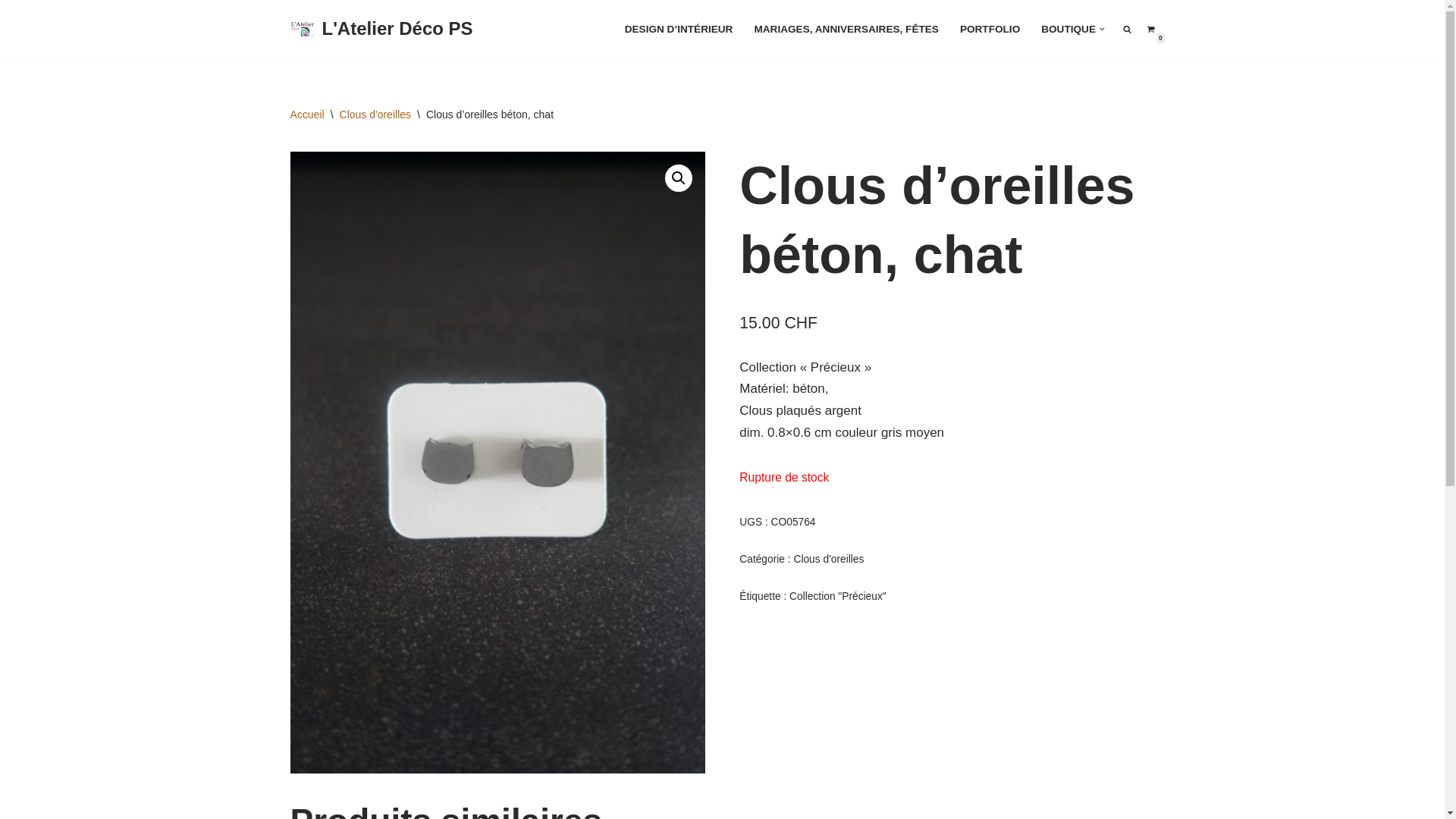 The image size is (1456, 819). Describe the element at coordinates (306, 113) in the screenshot. I see `'Accueil'` at that location.